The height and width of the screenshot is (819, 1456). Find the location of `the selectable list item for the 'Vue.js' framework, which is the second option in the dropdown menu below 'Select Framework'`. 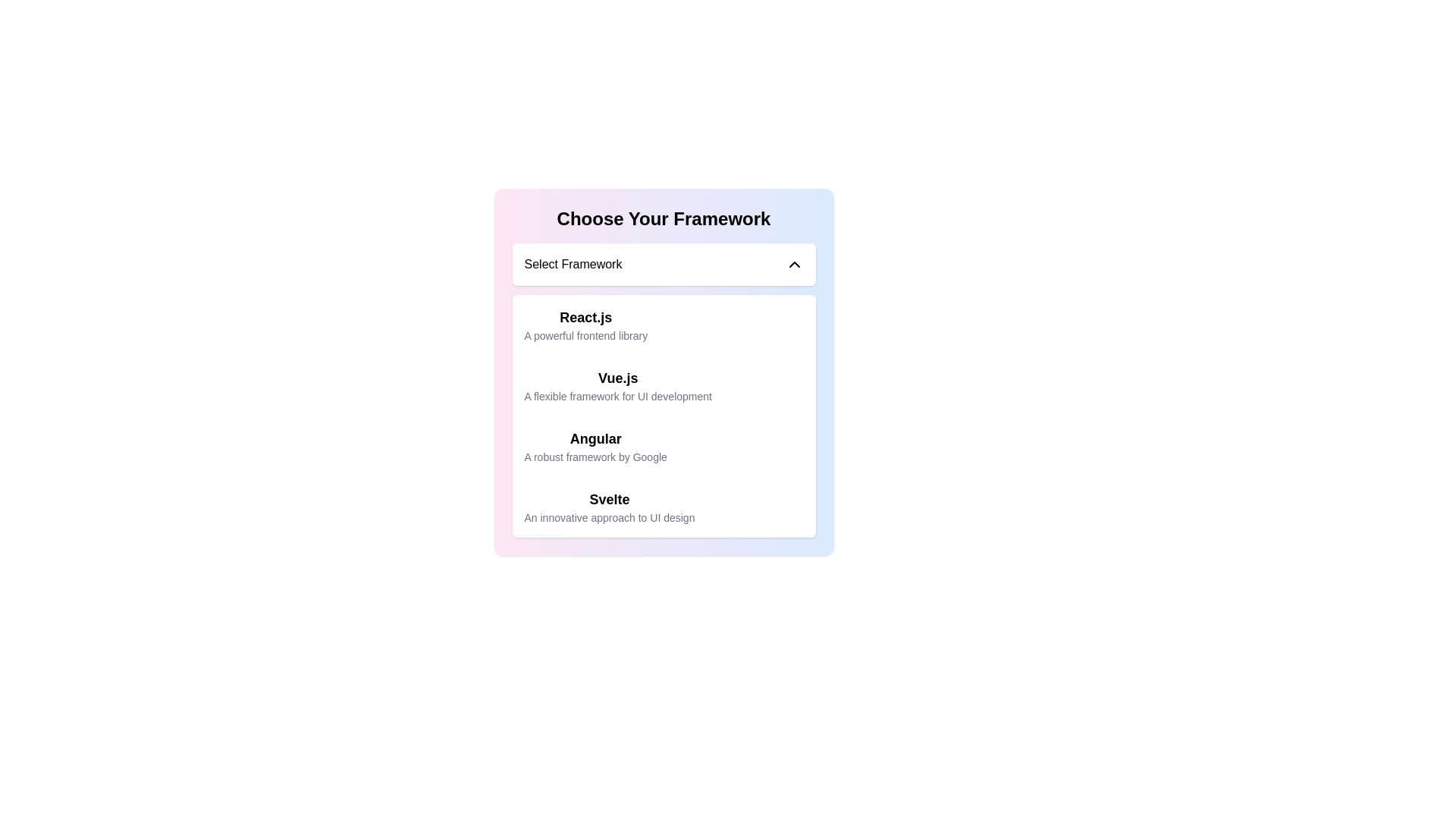

the selectable list item for the 'Vue.js' framework, which is the second option in the dropdown menu below 'Select Framework' is located at coordinates (664, 372).